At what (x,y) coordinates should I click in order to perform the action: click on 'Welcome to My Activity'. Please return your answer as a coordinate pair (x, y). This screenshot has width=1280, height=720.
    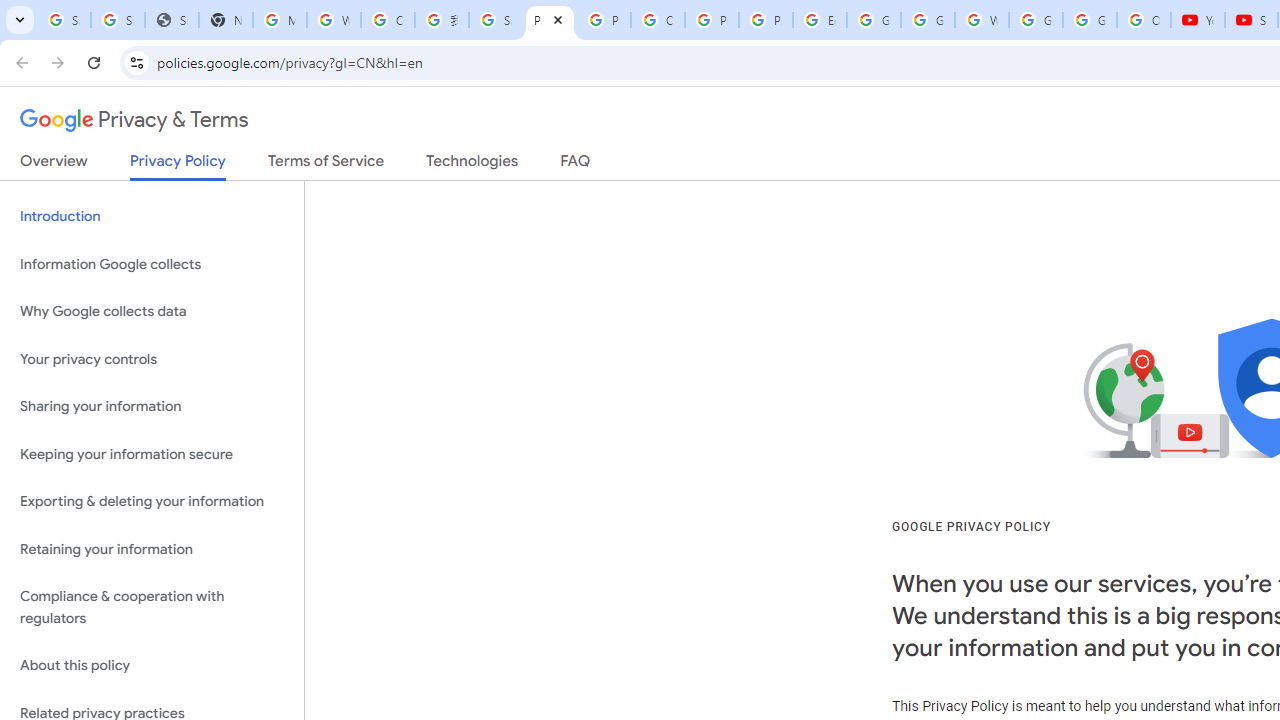
    Looking at the image, I should click on (981, 20).